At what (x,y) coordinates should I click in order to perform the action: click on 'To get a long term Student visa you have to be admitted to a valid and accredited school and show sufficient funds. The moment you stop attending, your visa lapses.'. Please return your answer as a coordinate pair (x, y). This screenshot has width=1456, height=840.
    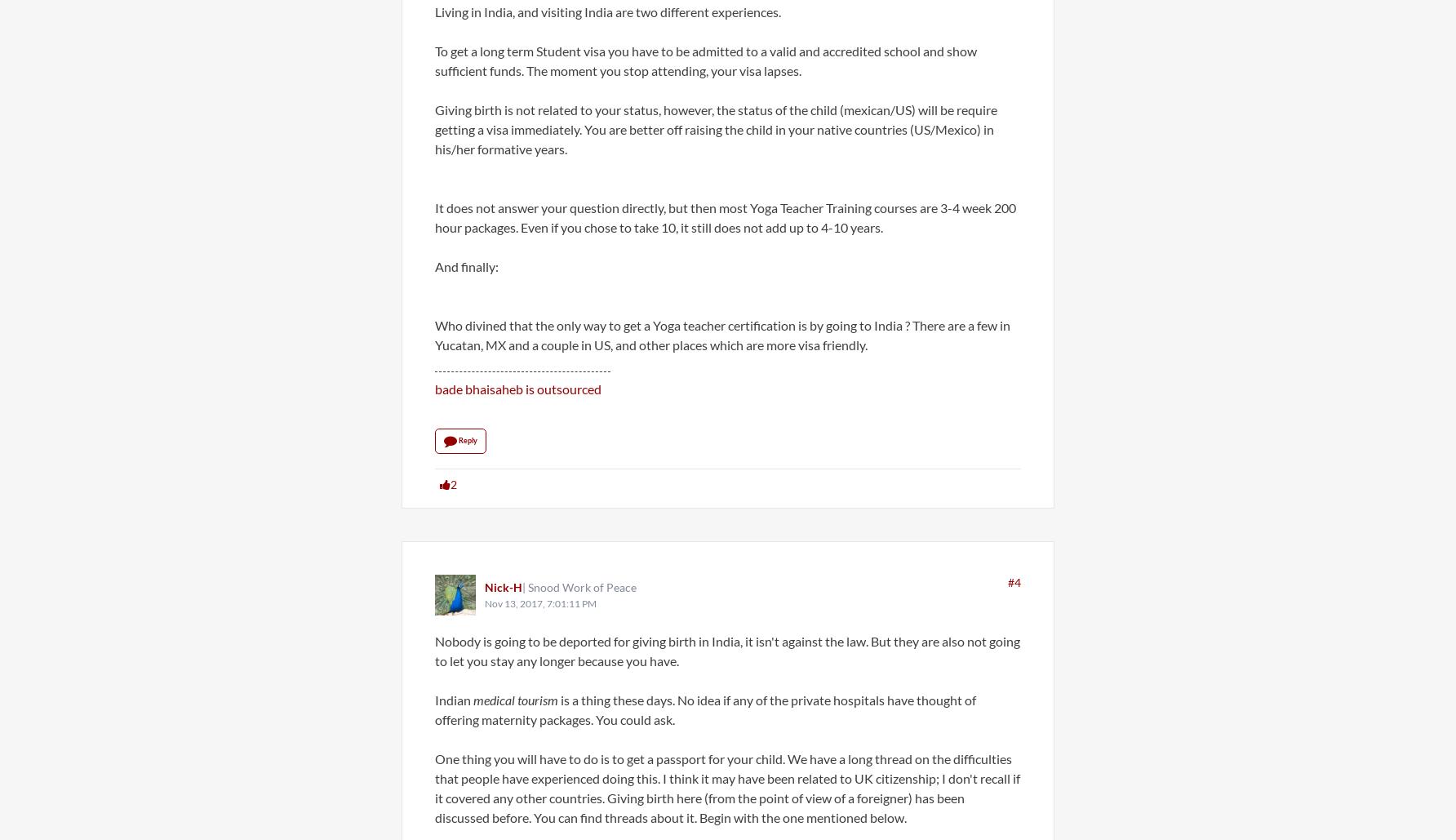
    Looking at the image, I should click on (705, 60).